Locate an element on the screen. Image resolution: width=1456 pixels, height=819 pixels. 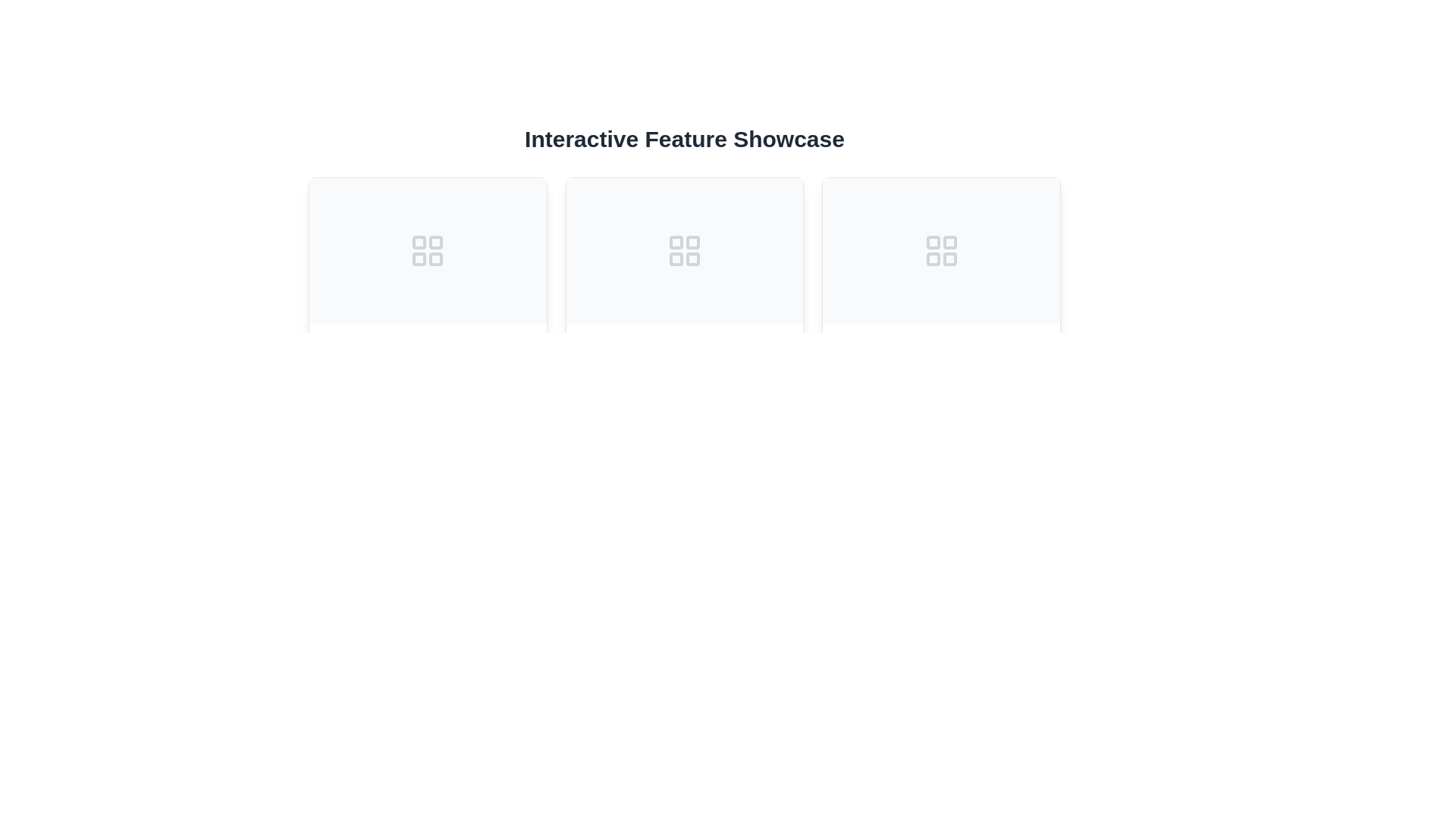
the first interactive card located in the top-left corner of the grid layout is located at coordinates (427, 315).